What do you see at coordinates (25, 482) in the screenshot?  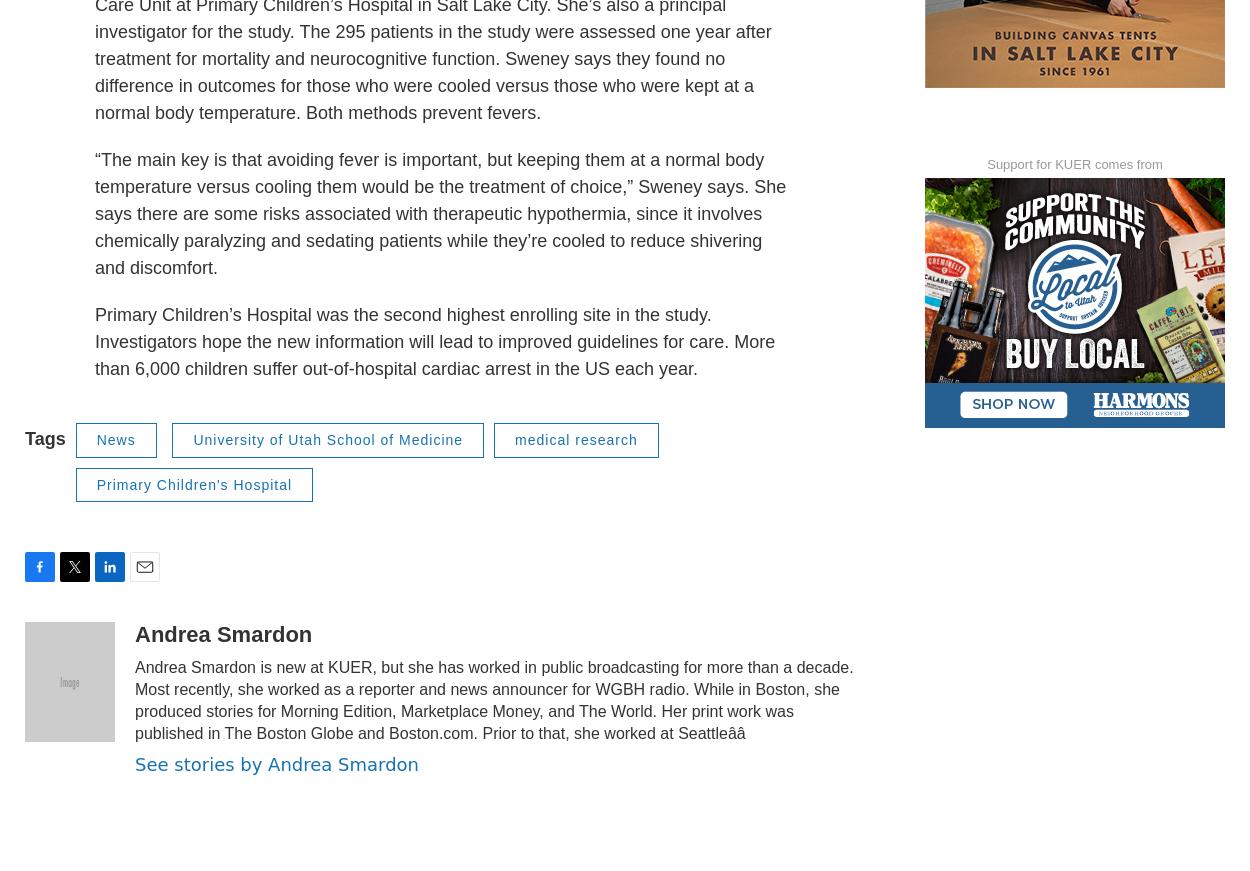 I see `'Tags'` at bounding box center [25, 482].